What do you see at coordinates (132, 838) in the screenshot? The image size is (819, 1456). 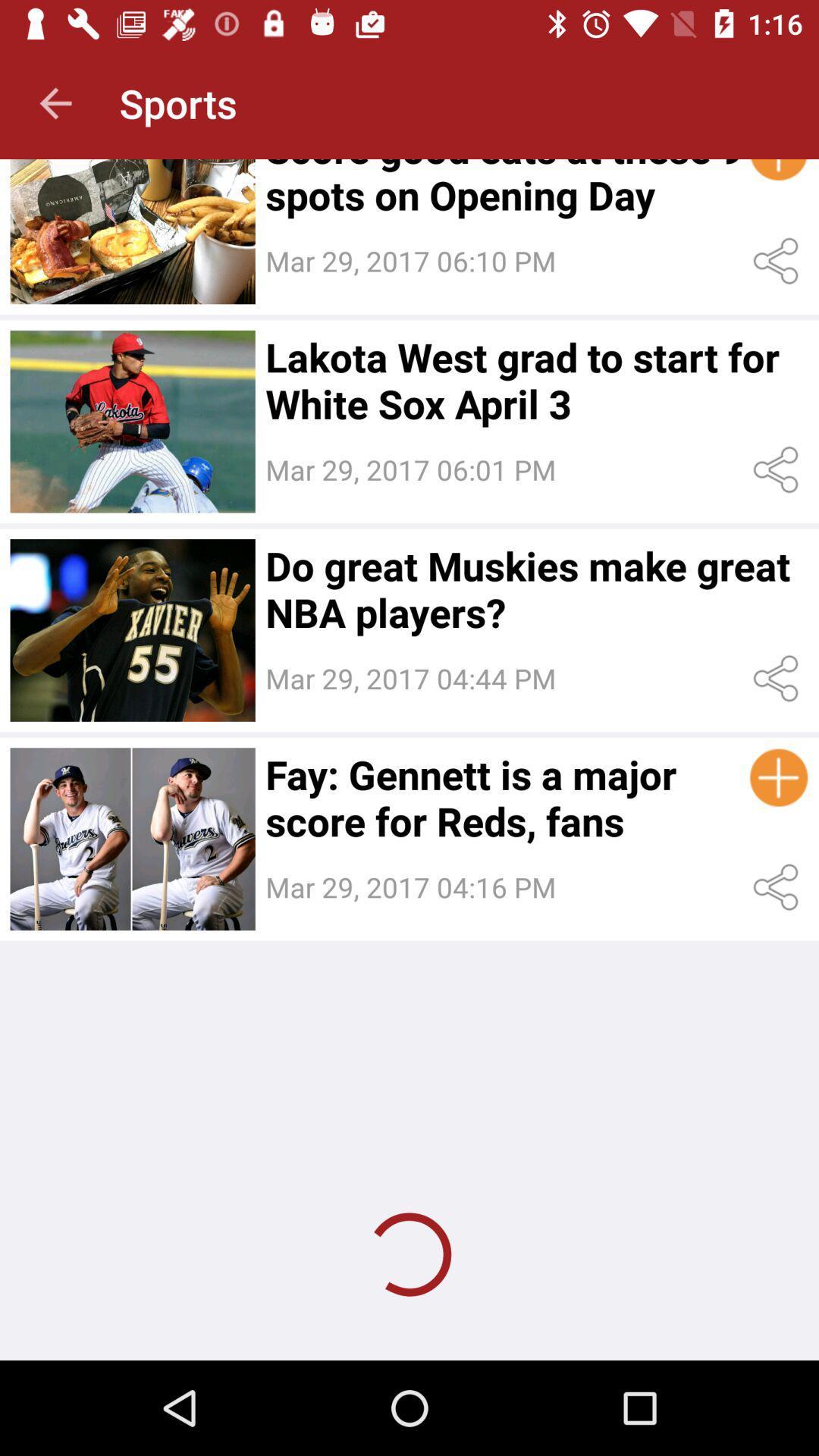 I see `image option` at bounding box center [132, 838].